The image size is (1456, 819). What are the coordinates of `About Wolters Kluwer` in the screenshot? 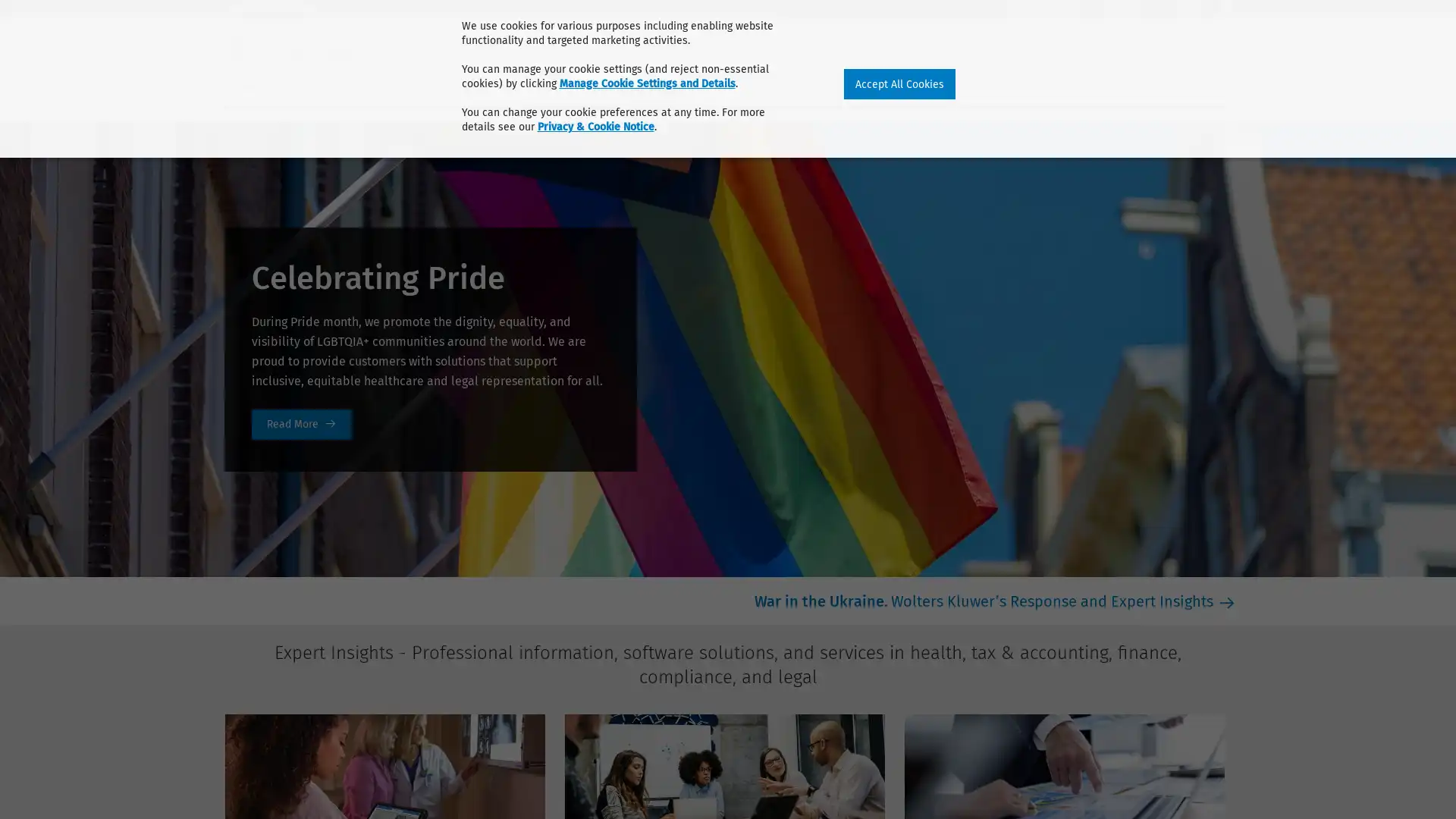 It's located at (284, 8).